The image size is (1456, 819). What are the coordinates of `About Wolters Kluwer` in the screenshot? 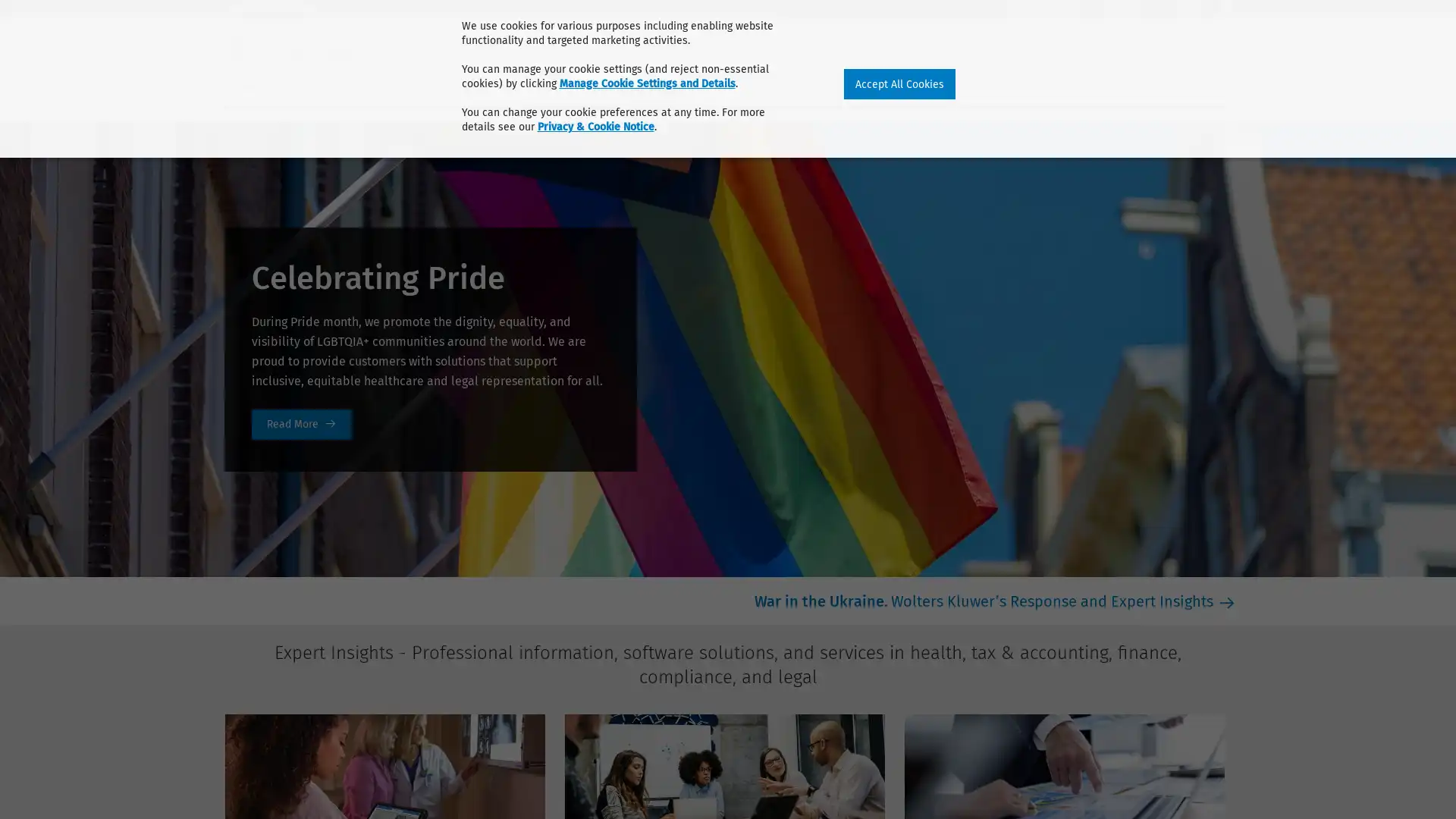 It's located at (284, 8).